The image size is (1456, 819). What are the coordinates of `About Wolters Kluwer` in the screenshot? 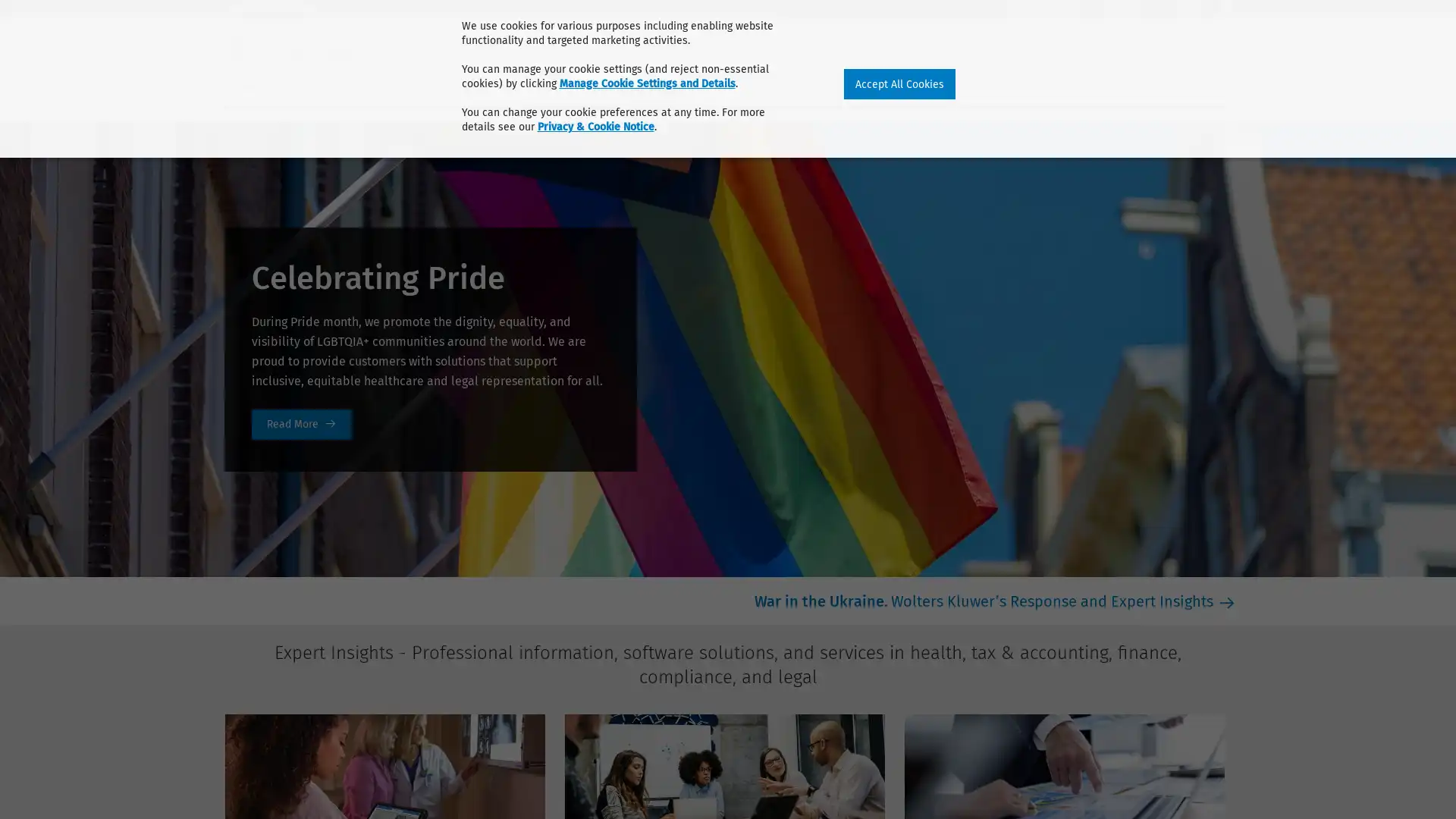 It's located at (284, 8).